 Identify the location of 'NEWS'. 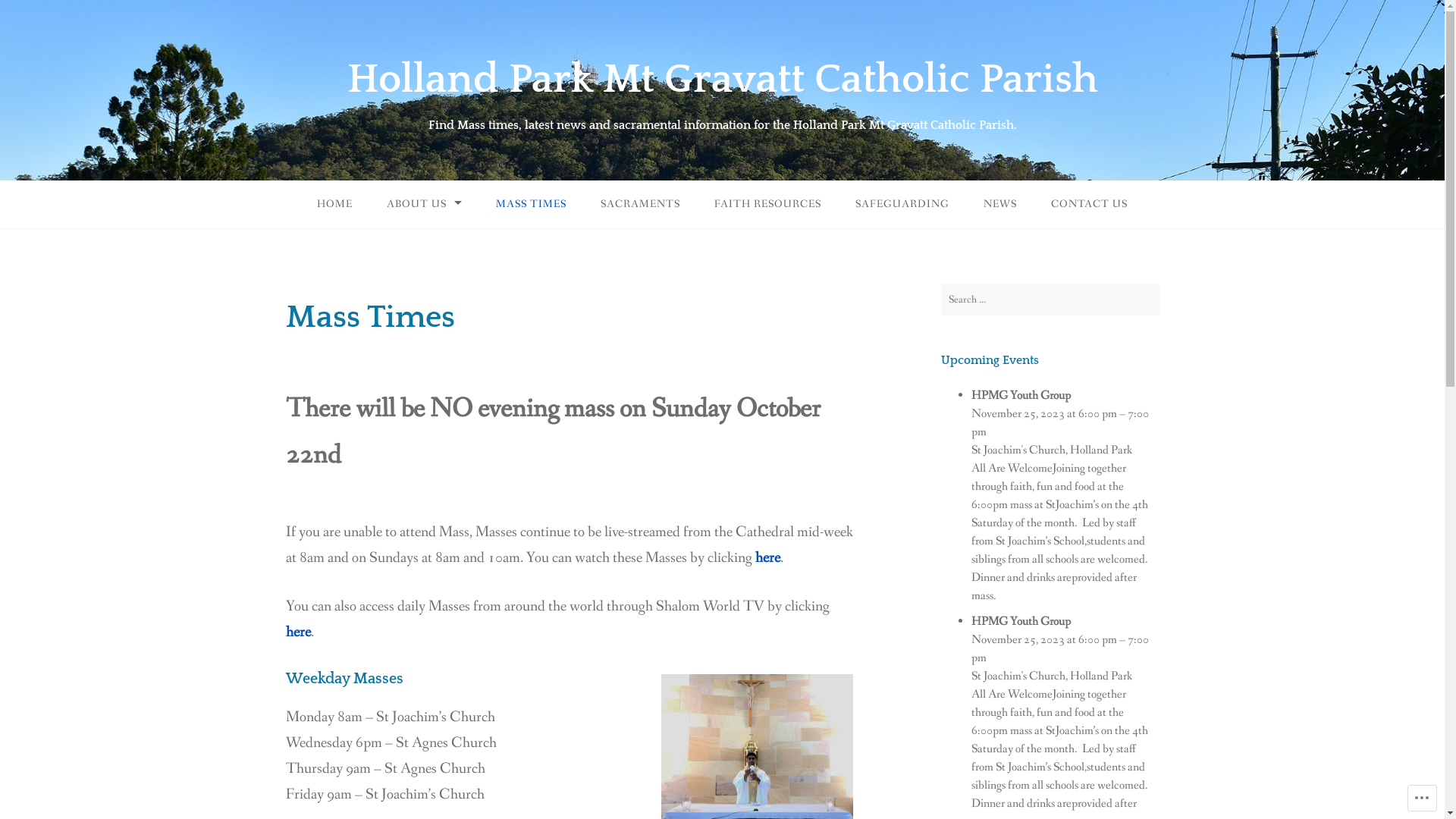
(967, 203).